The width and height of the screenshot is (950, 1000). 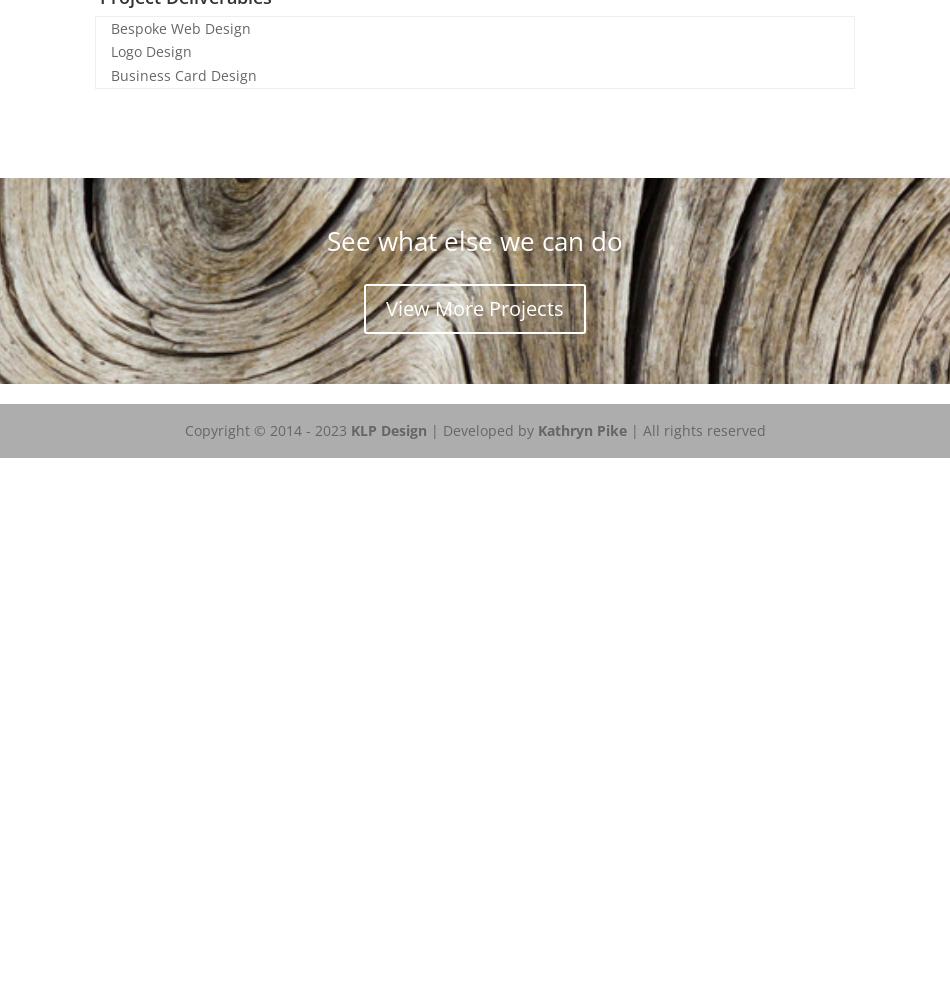 I want to click on 'Bespoke Web Design', so click(x=180, y=27).